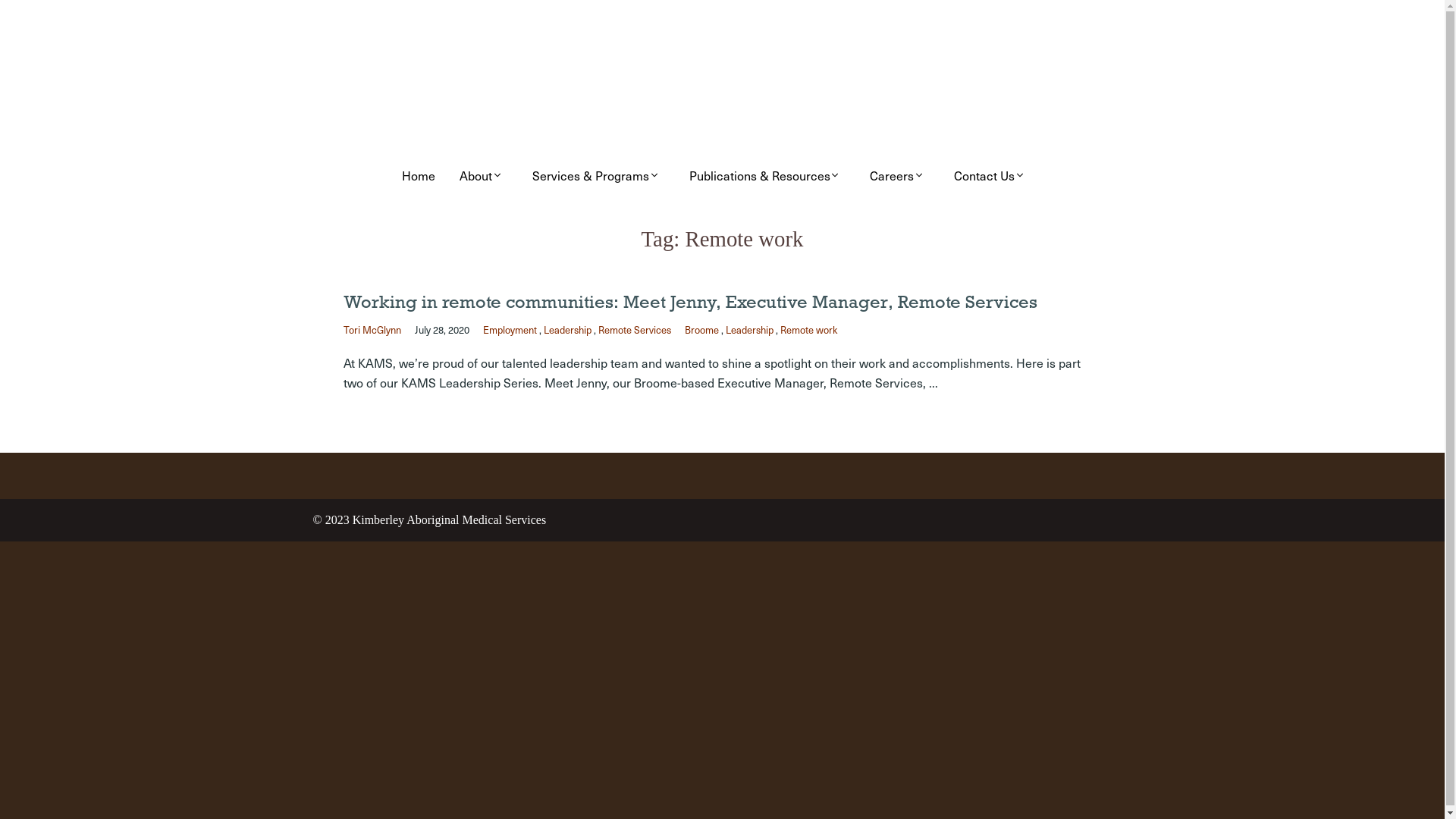 Image resolution: width=1456 pixels, height=819 pixels. What do you see at coordinates (566, 328) in the screenshot?
I see `'Leadership'` at bounding box center [566, 328].